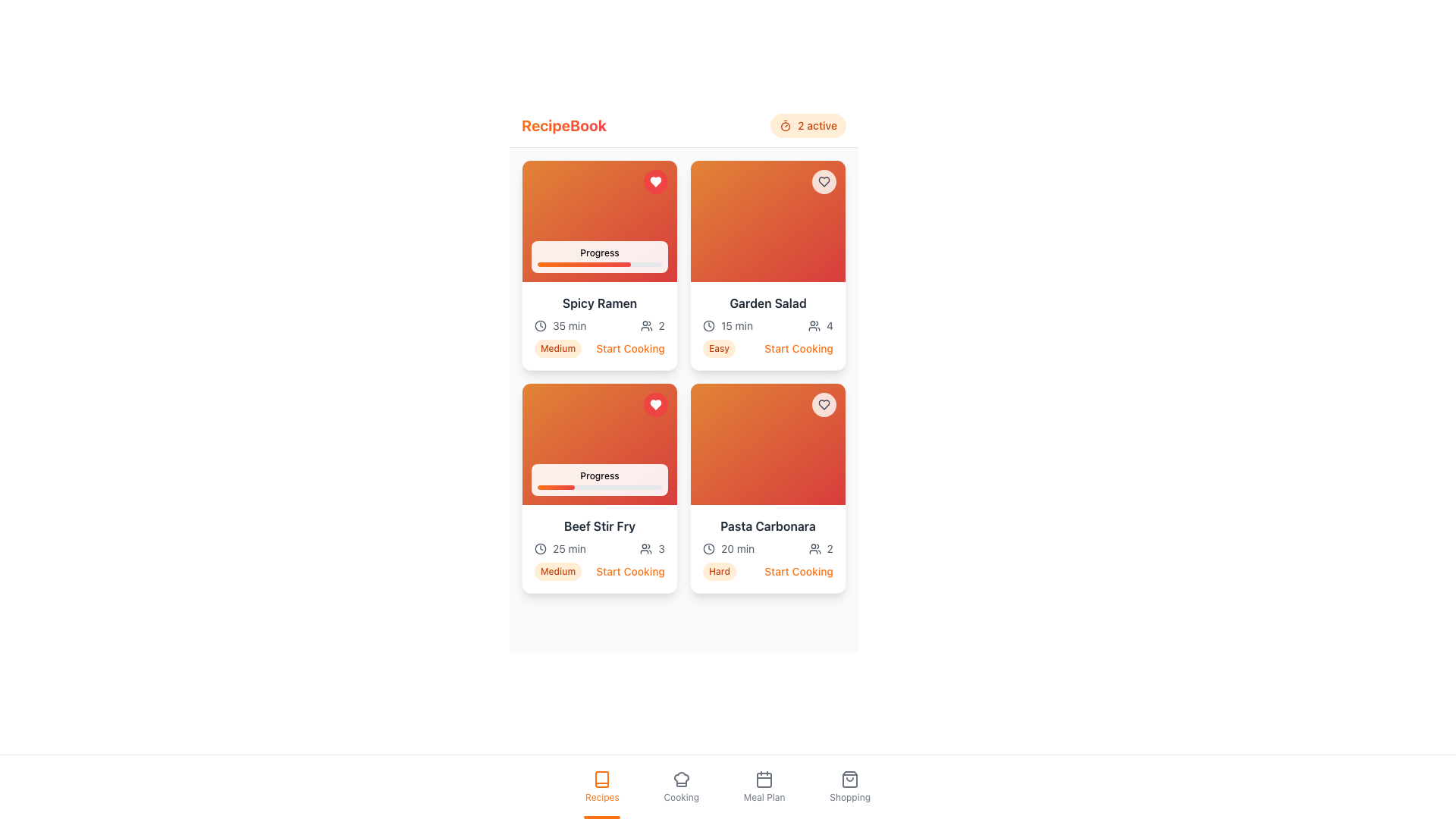 The image size is (1456, 819). I want to click on the book icon button in the bottom navigation bar, so click(601, 780).